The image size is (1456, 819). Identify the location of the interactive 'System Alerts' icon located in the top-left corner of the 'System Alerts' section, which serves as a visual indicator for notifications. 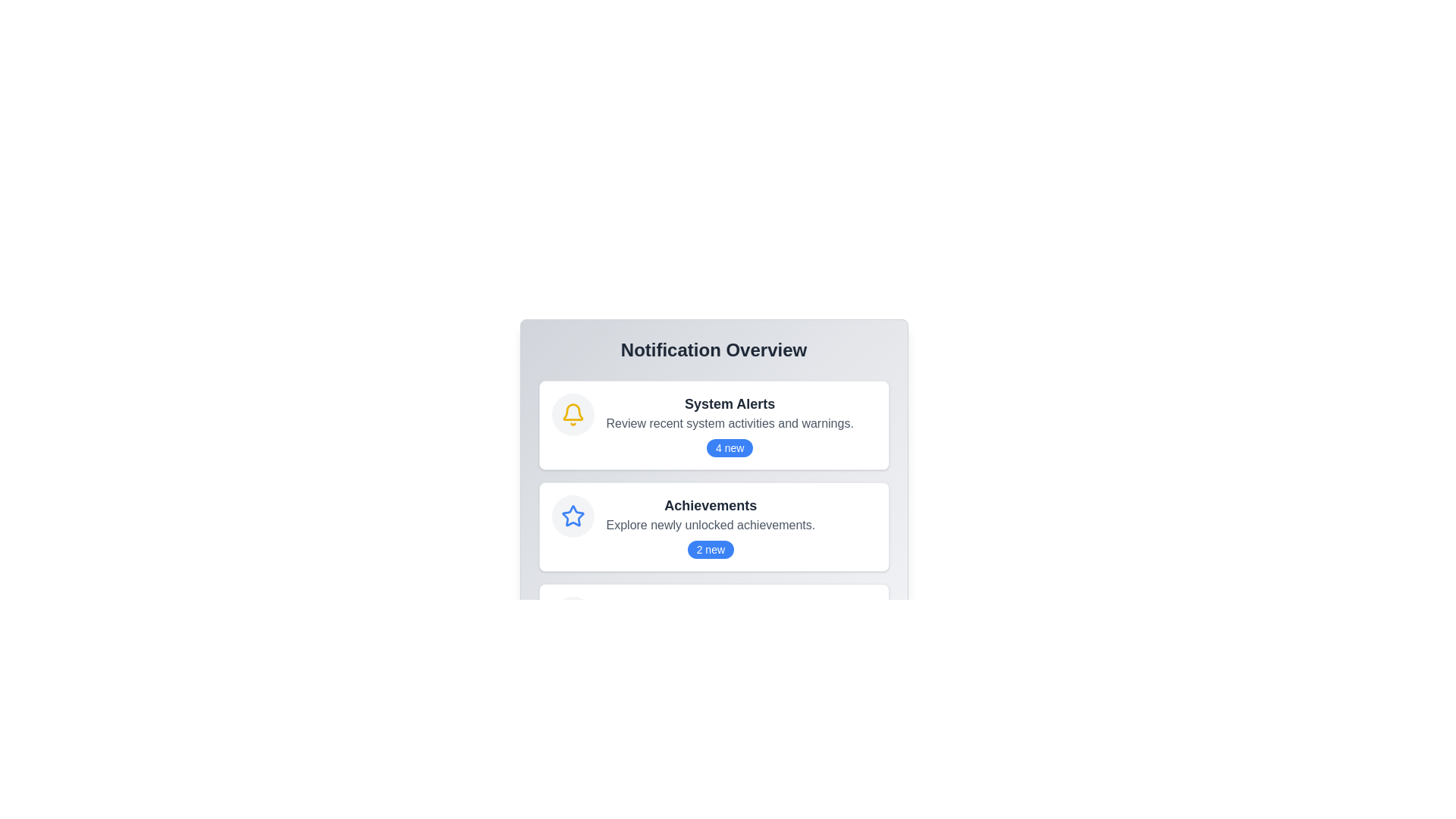
(572, 415).